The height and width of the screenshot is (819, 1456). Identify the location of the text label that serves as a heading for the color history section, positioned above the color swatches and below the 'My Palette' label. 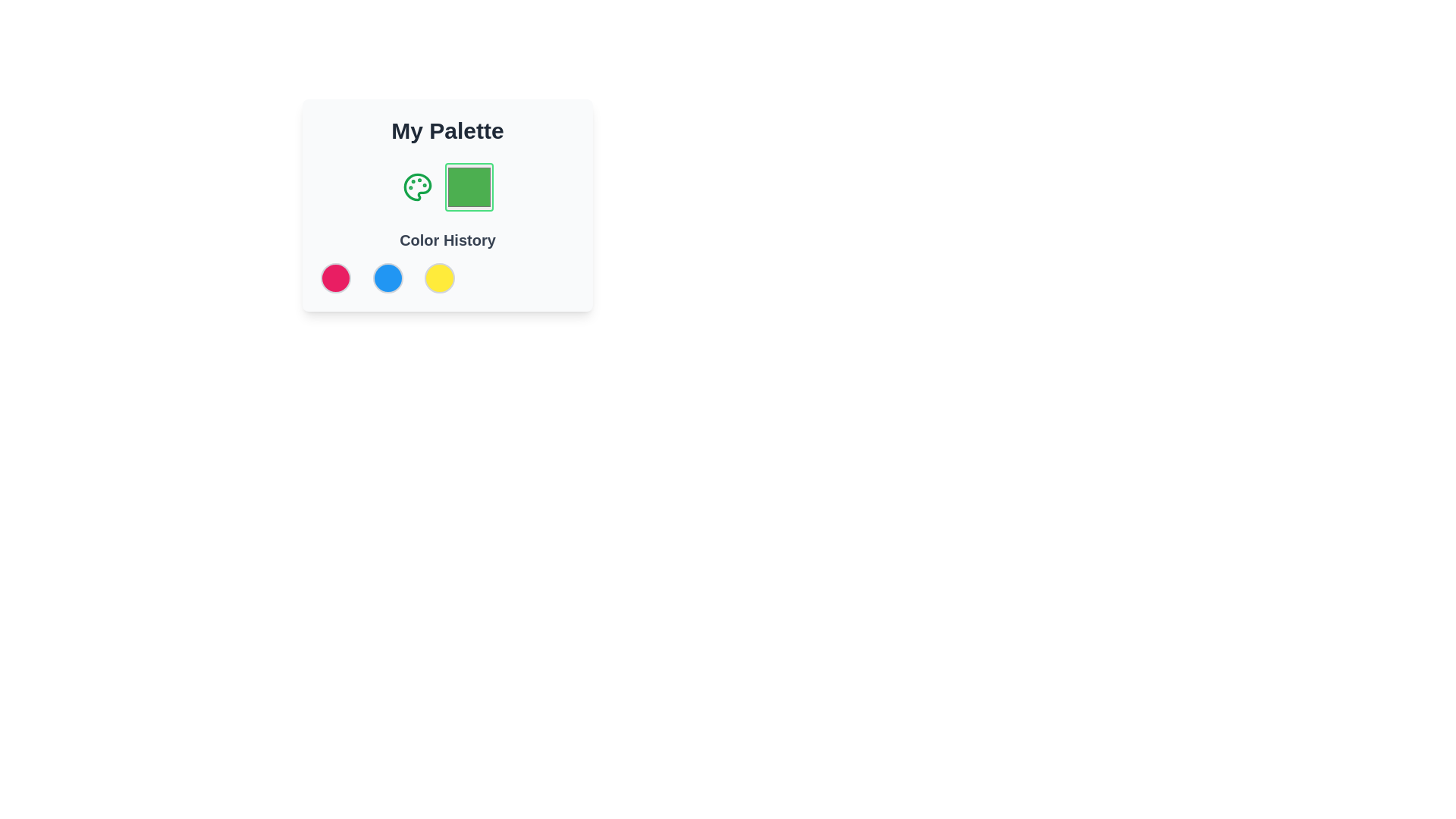
(447, 239).